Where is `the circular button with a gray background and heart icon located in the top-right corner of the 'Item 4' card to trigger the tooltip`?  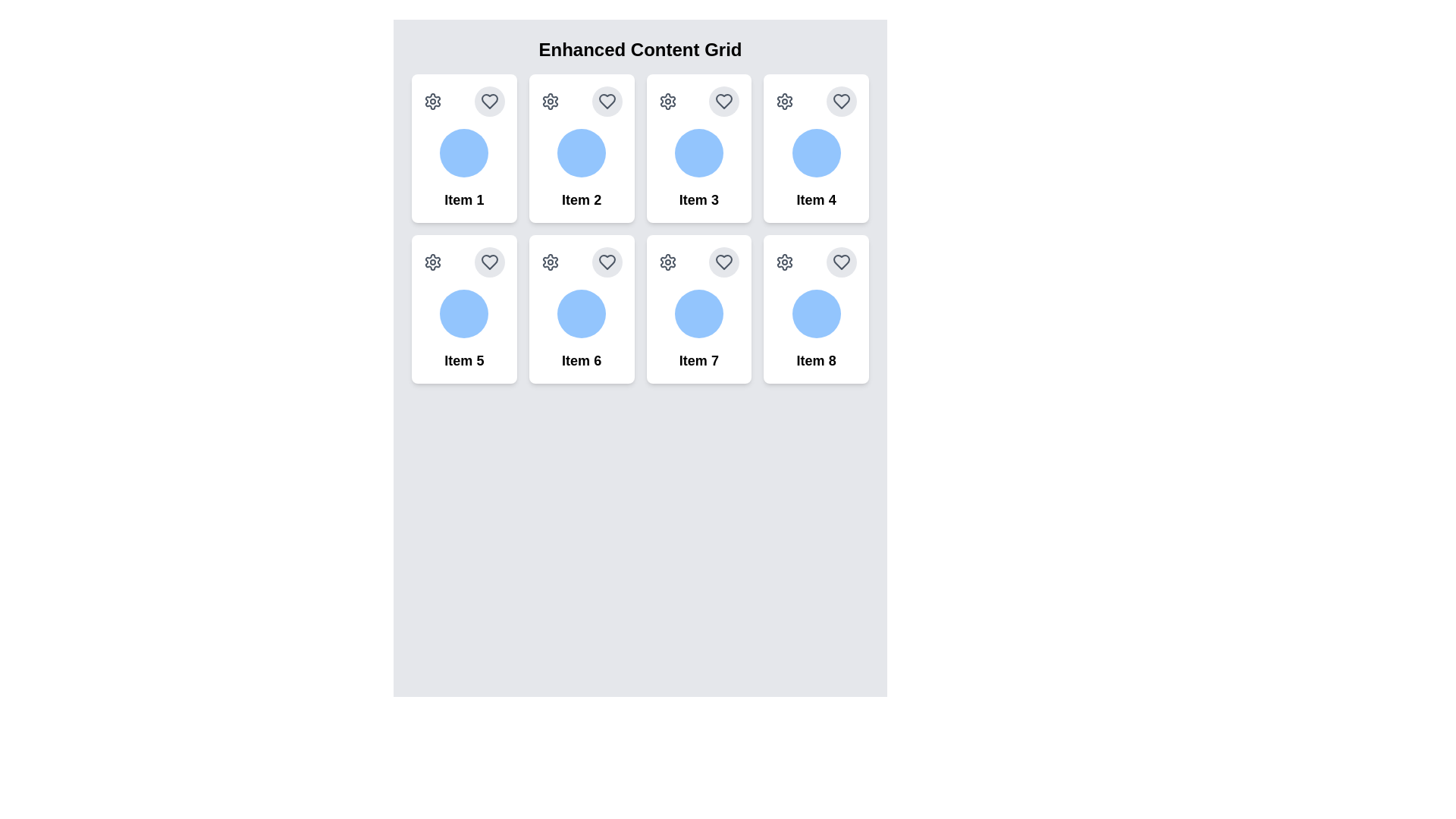
the circular button with a gray background and heart icon located in the top-right corner of the 'Item 4' card to trigger the tooltip is located at coordinates (840, 102).